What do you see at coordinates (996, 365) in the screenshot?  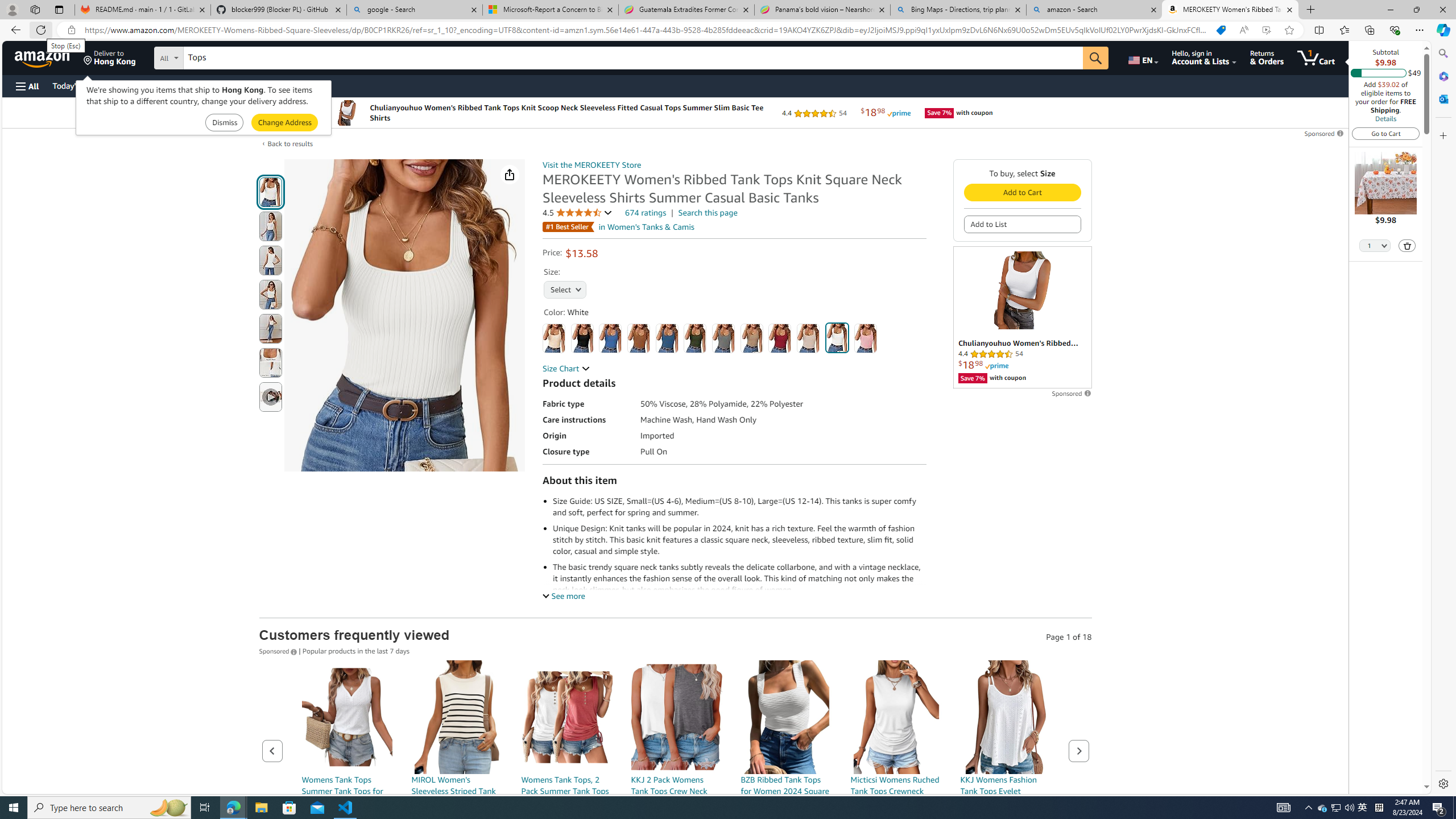 I see `'Prime'` at bounding box center [996, 365].